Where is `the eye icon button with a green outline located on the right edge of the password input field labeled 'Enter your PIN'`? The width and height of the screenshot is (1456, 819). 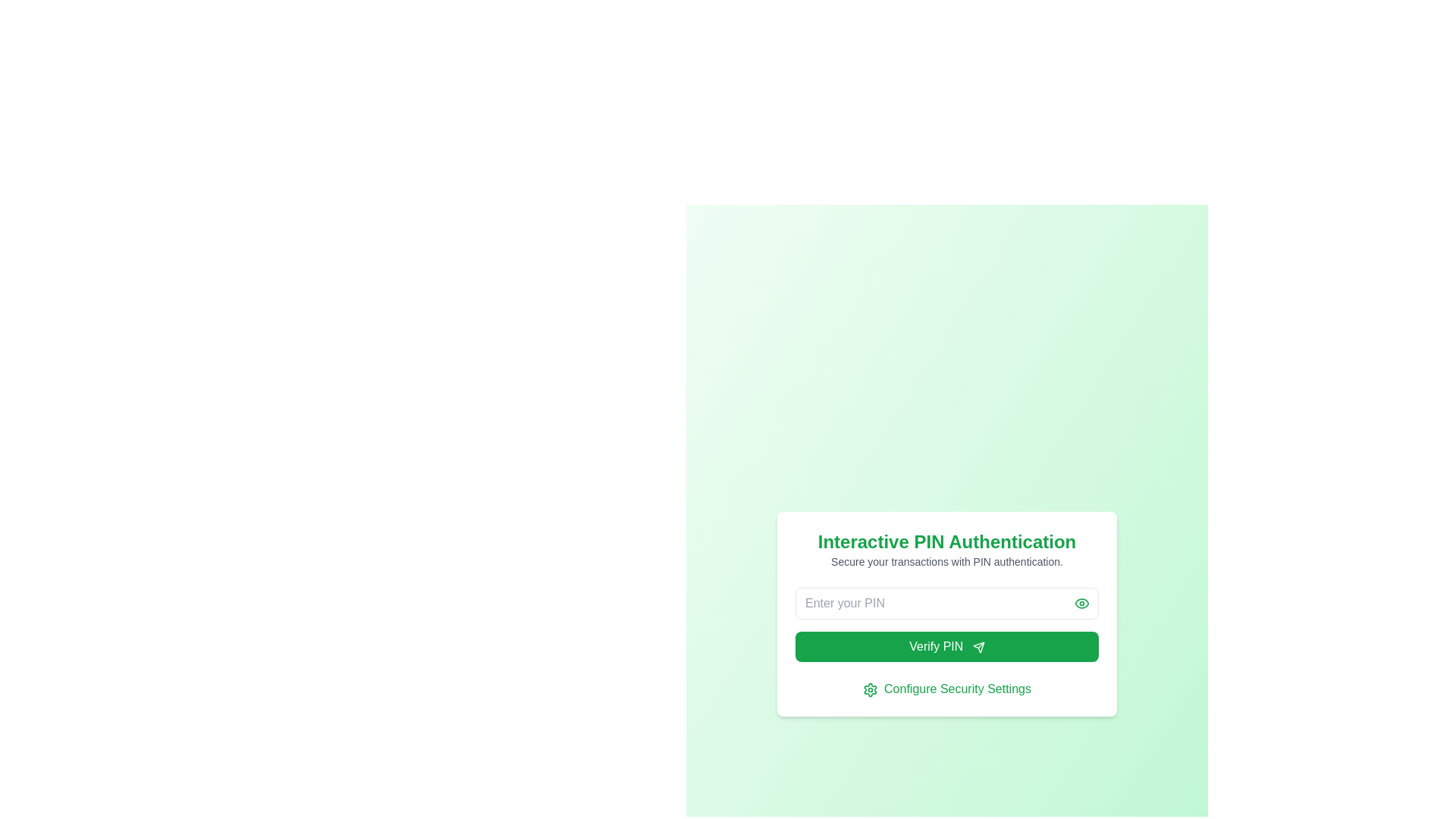 the eye icon button with a green outline located on the right edge of the password input field labeled 'Enter your PIN' is located at coordinates (1081, 602).